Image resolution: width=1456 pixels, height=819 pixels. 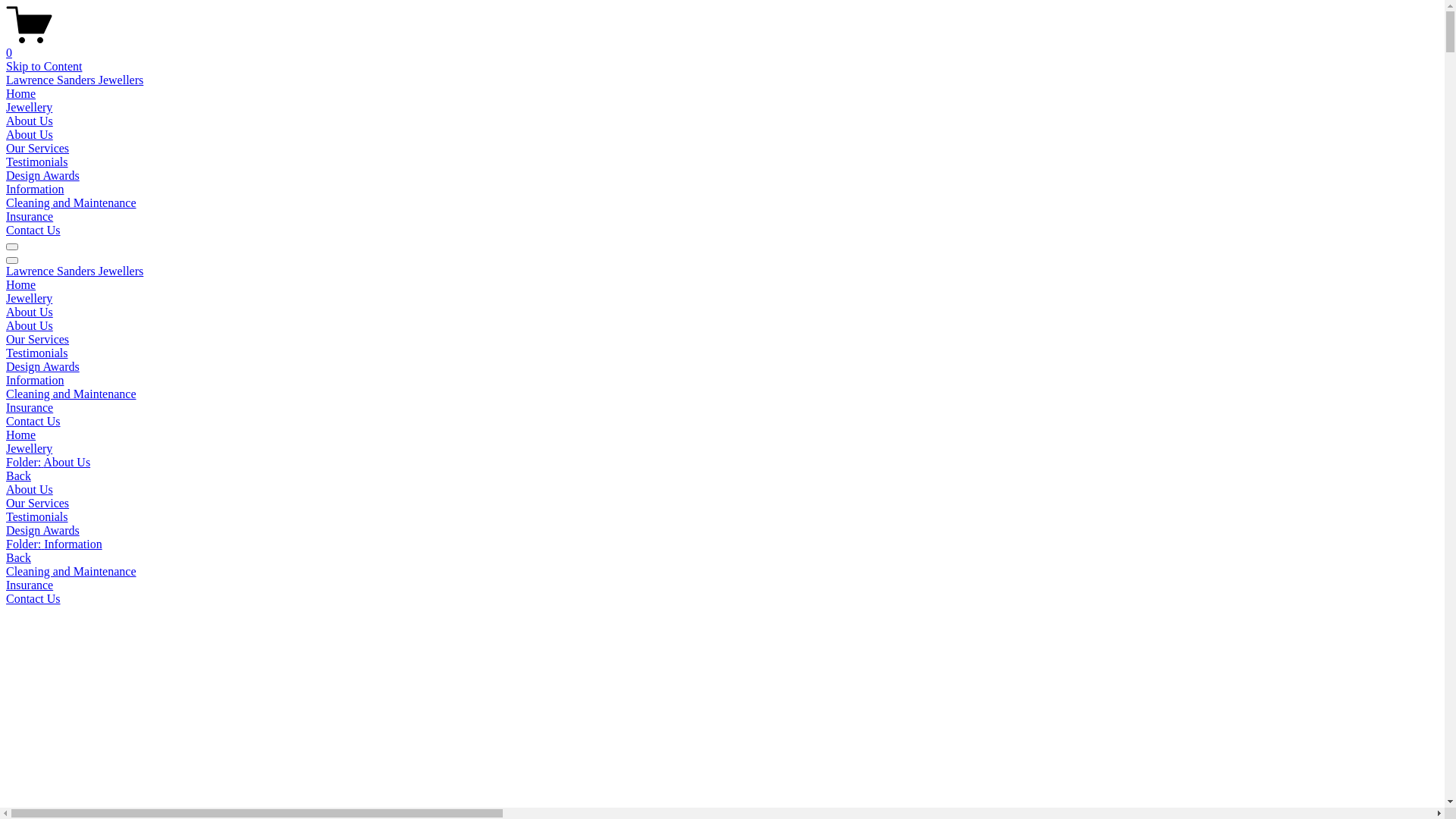 What do you see at coordinates (37, 338) in the screenshot?
I see `'Our Services'` at bounding box center [37, 338].